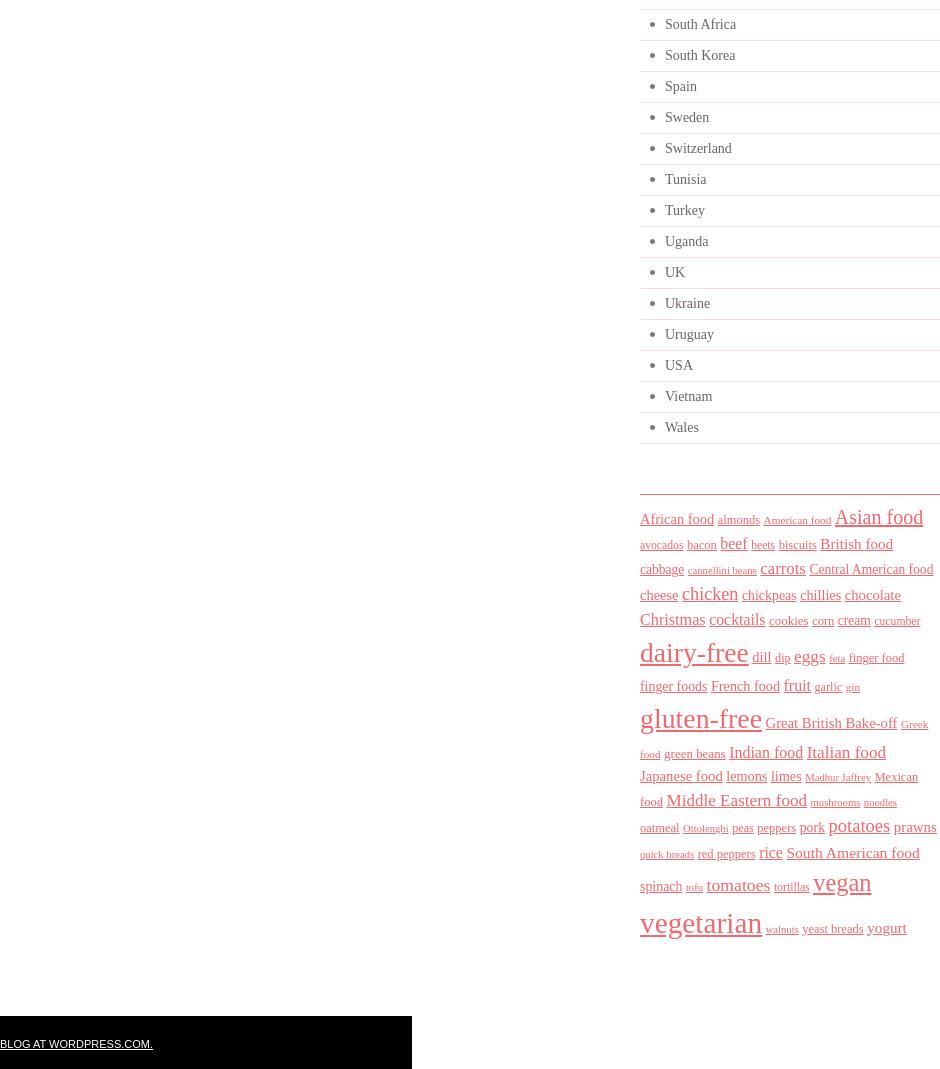 The height and width of the screenshot is (1069, 940). Describe the element at coordinates (709, 684) in the screenshot. I see `'French food'` at that location.